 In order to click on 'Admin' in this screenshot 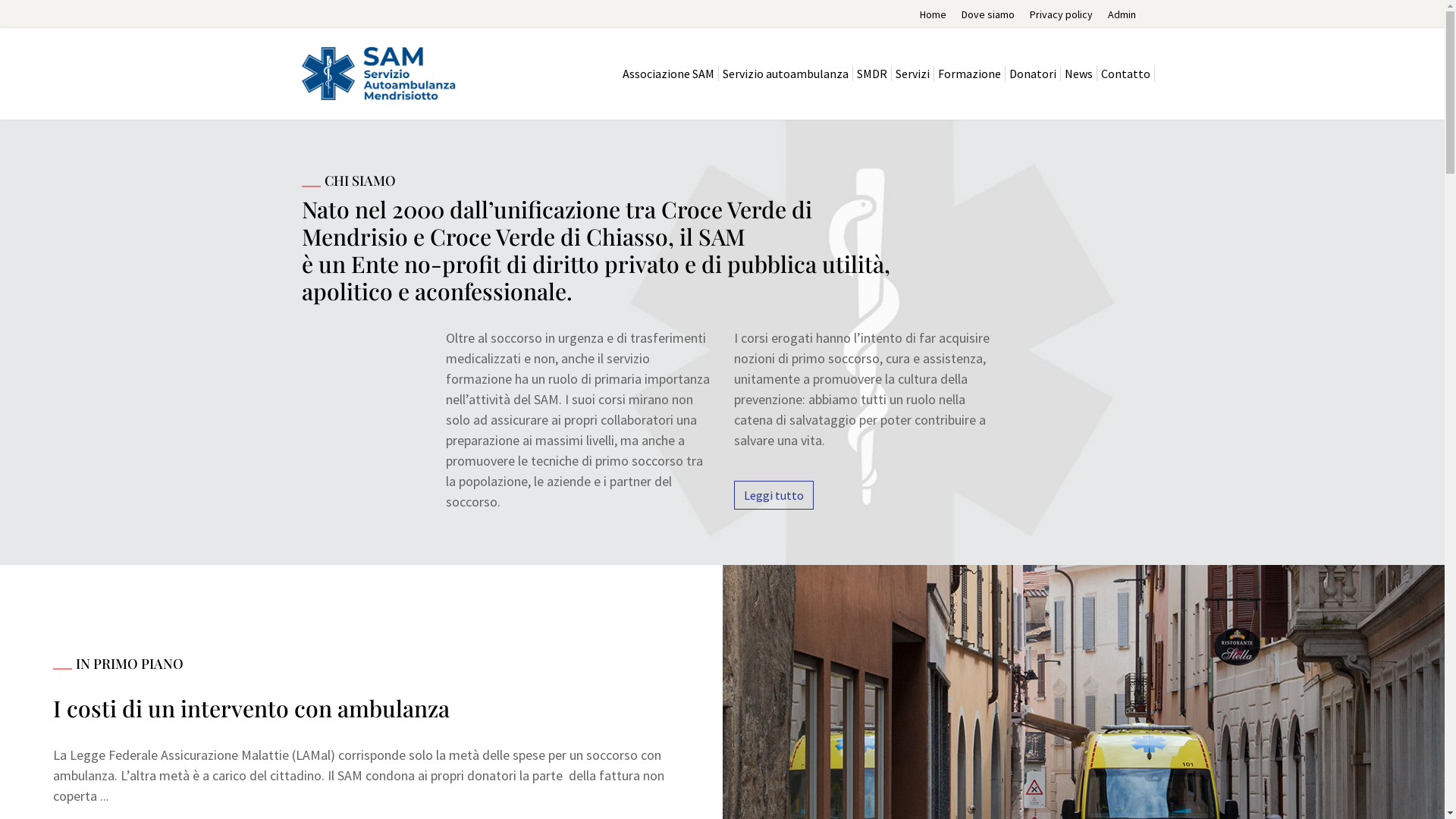, I will do `click(1121, 14)`.